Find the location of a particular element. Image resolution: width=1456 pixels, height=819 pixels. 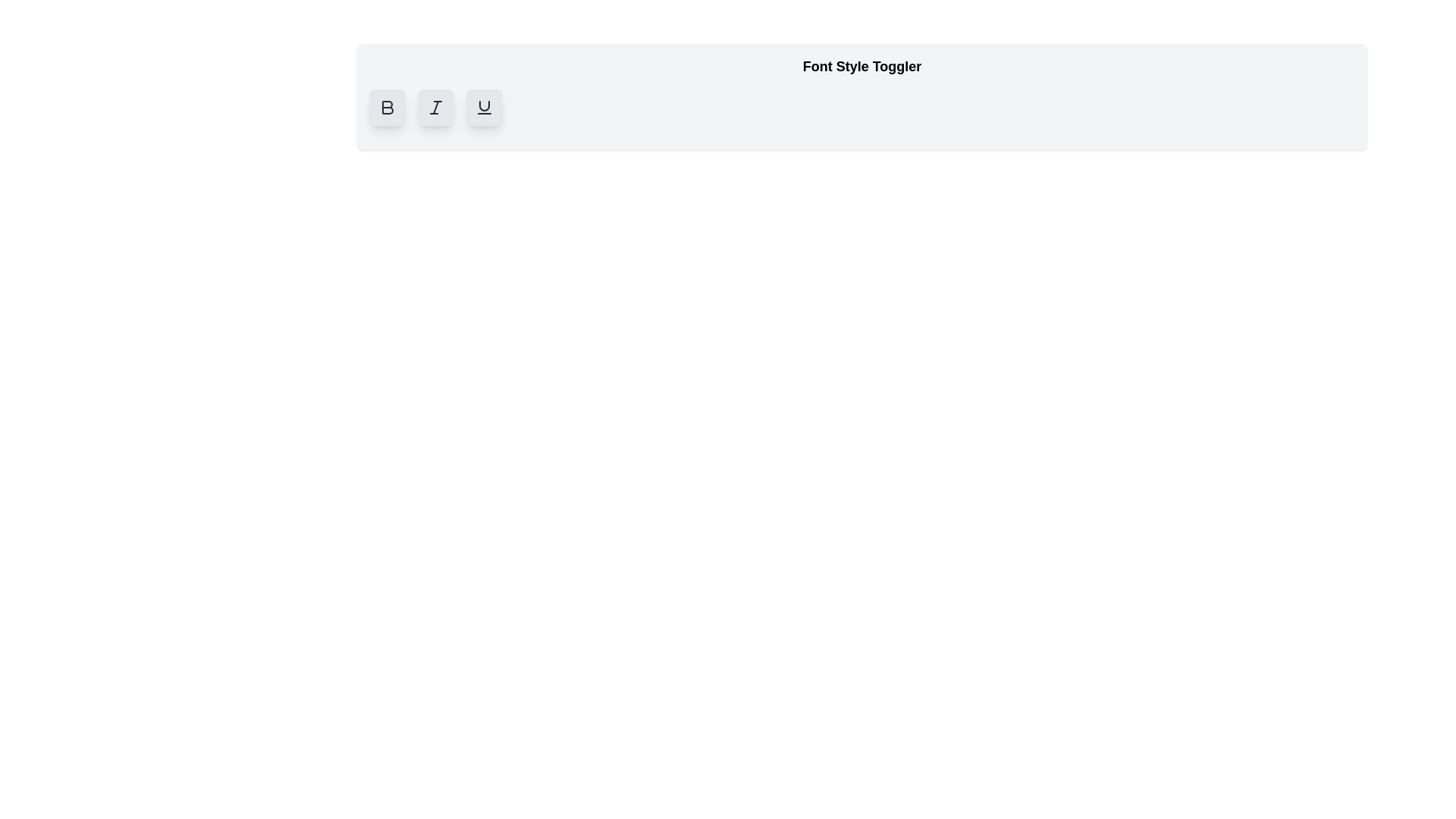

the italic styling button, which is a gray rectangular button with a rounded border and contains an italicized 'I' icon is located at coordinates (435, 107).